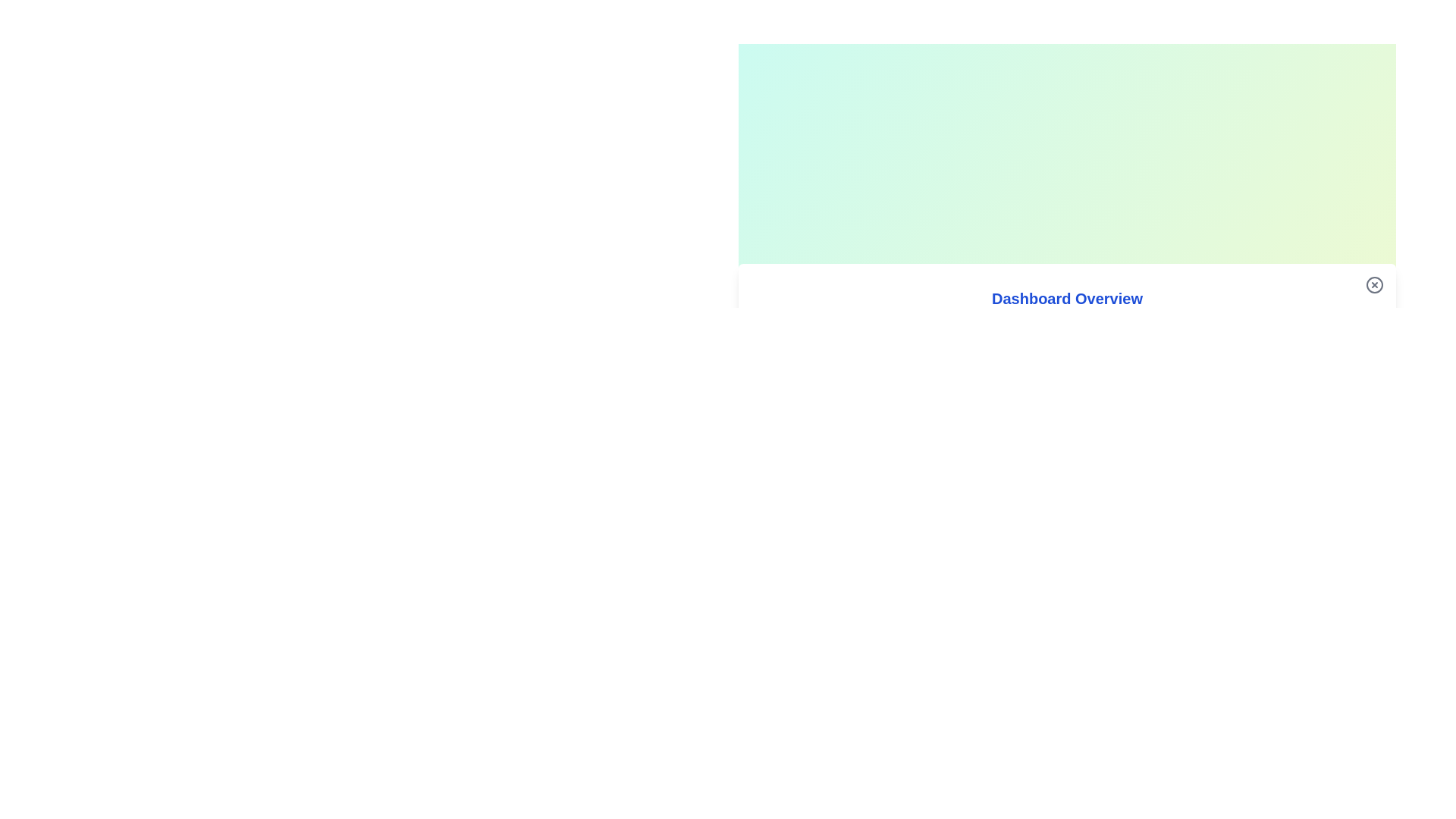 The height and width of the screenshot is (819, 1456). I want to click on the close button to close the dialog, so click(1375, 284).